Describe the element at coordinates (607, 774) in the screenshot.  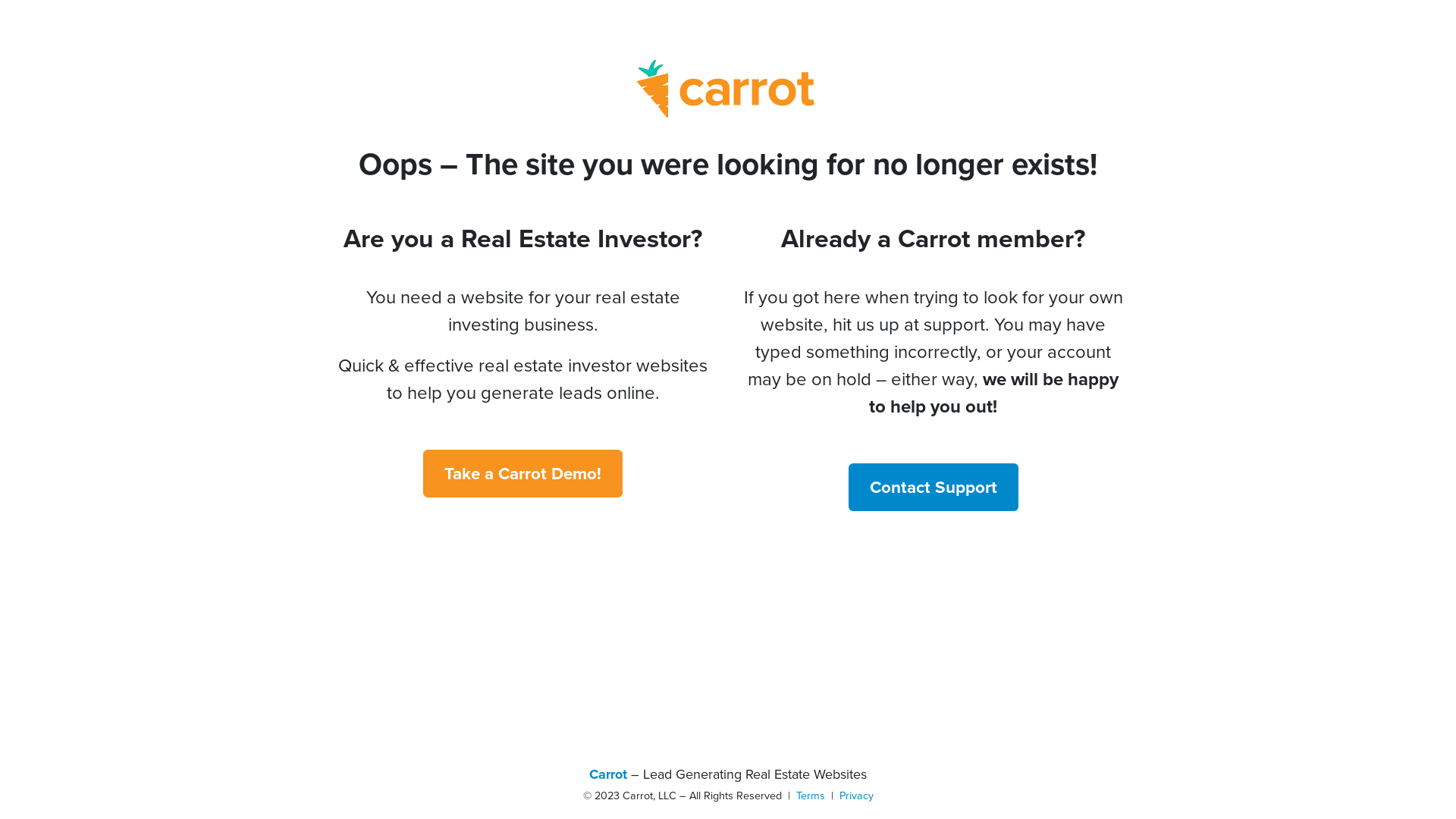
I see `'Carrot'` at that location.